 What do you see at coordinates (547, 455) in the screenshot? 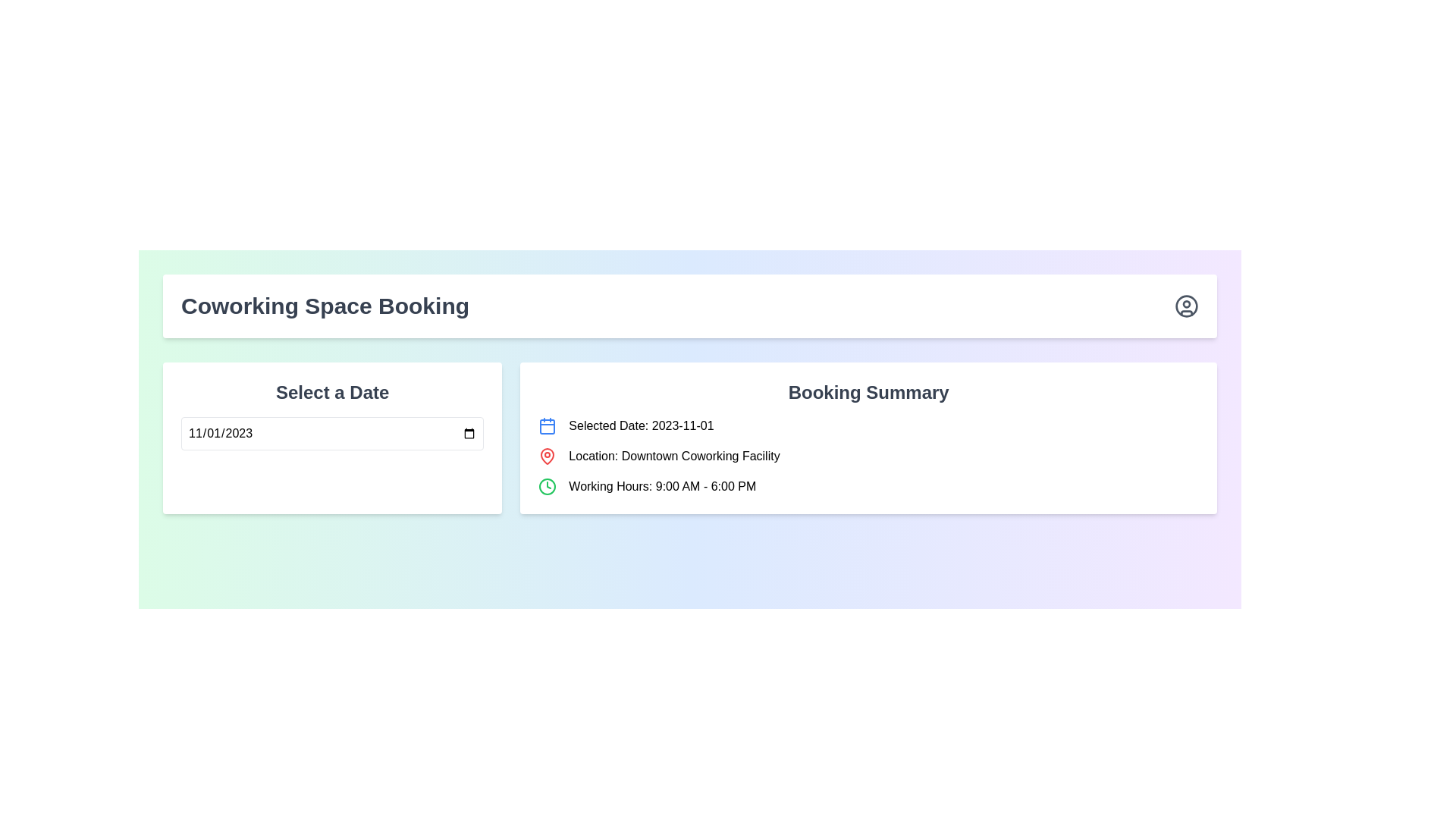
I see `the icon indicating the location of the coworking facility, which is positioned directly before the text 'Location: Downtown Coworking Facility' in the middle-right portion of the interface` at bounding box center [547, 455].